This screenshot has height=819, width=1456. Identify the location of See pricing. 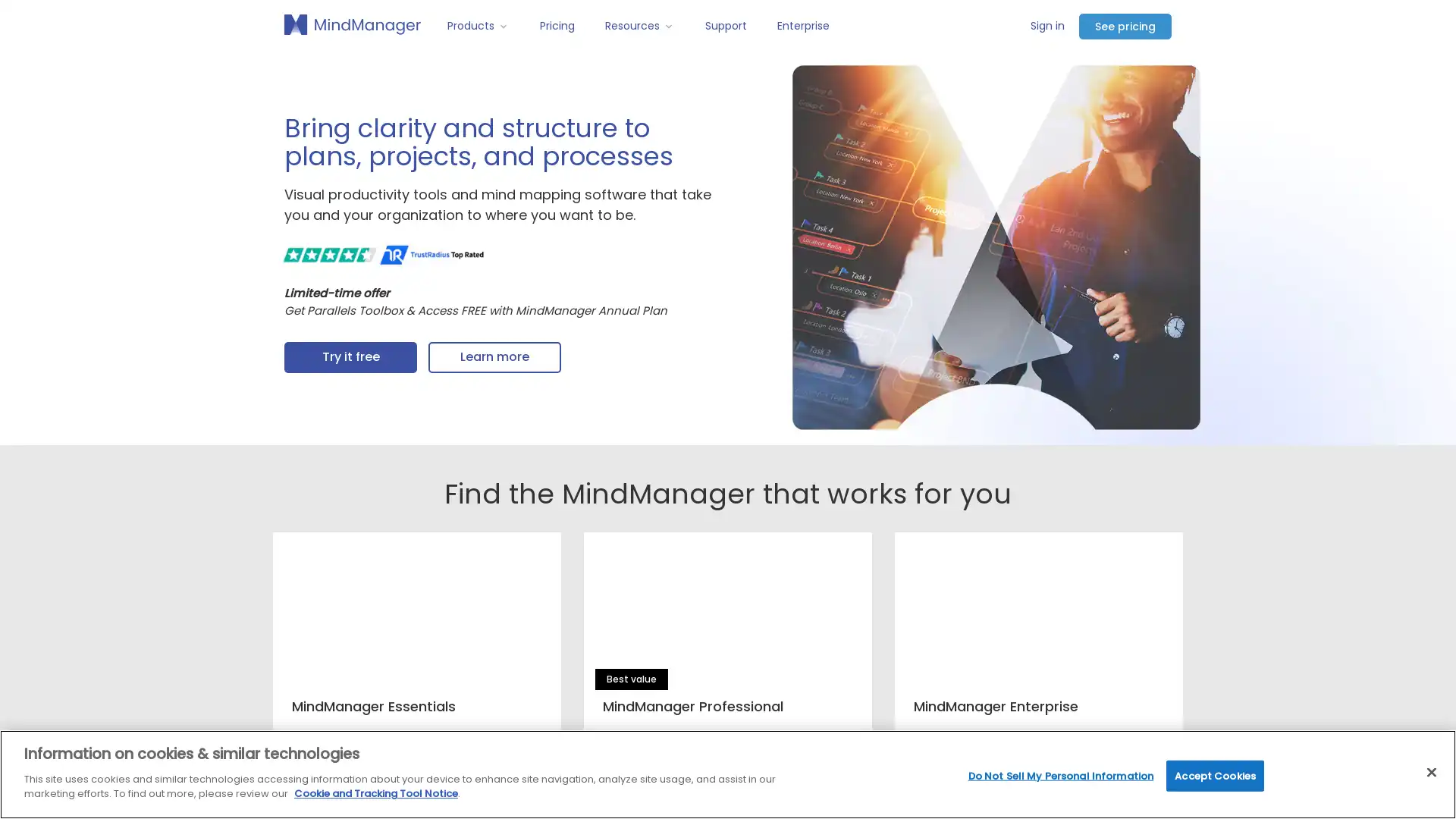
(1125, 26).